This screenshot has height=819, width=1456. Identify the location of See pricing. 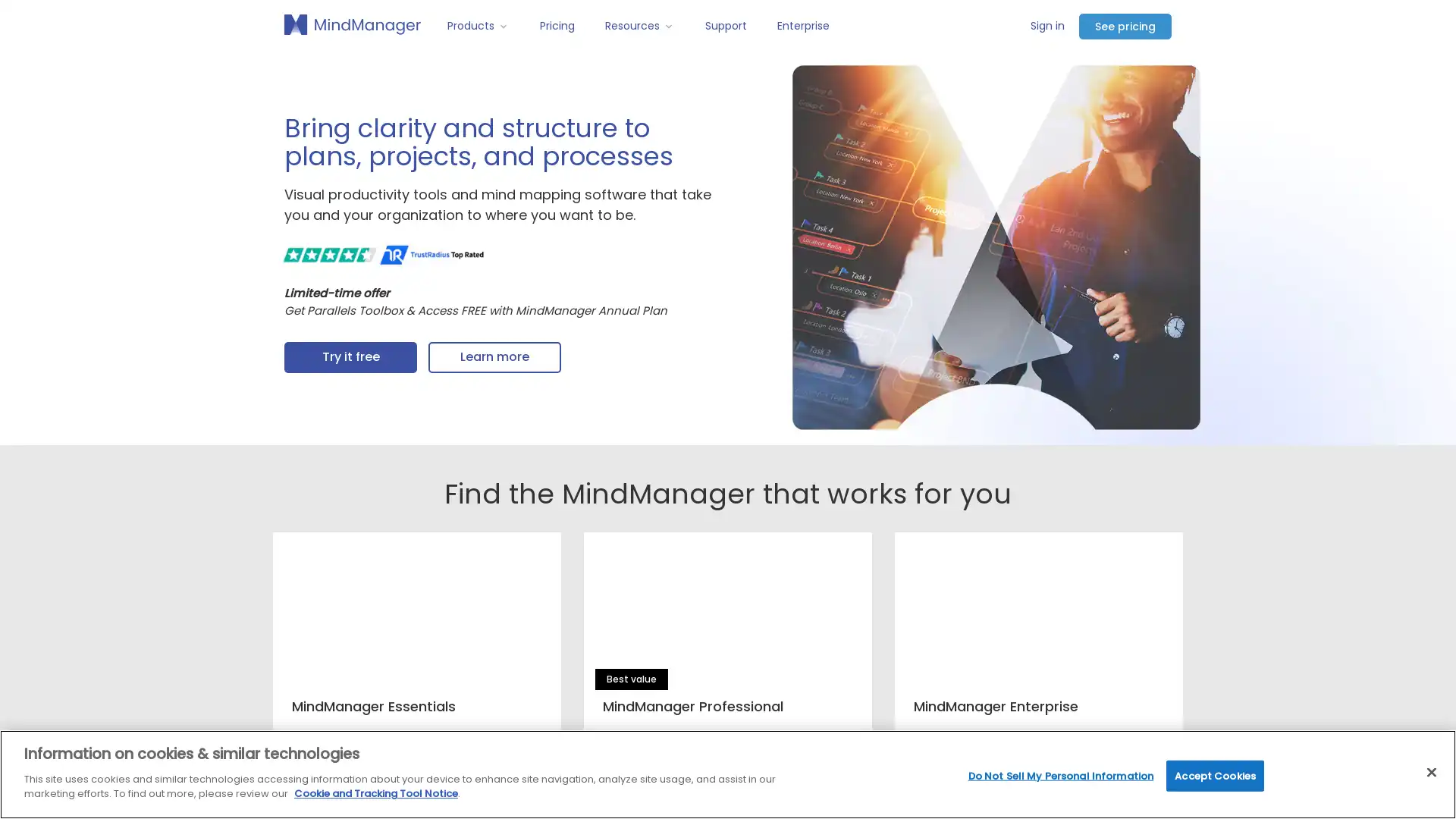
(1125, 26).